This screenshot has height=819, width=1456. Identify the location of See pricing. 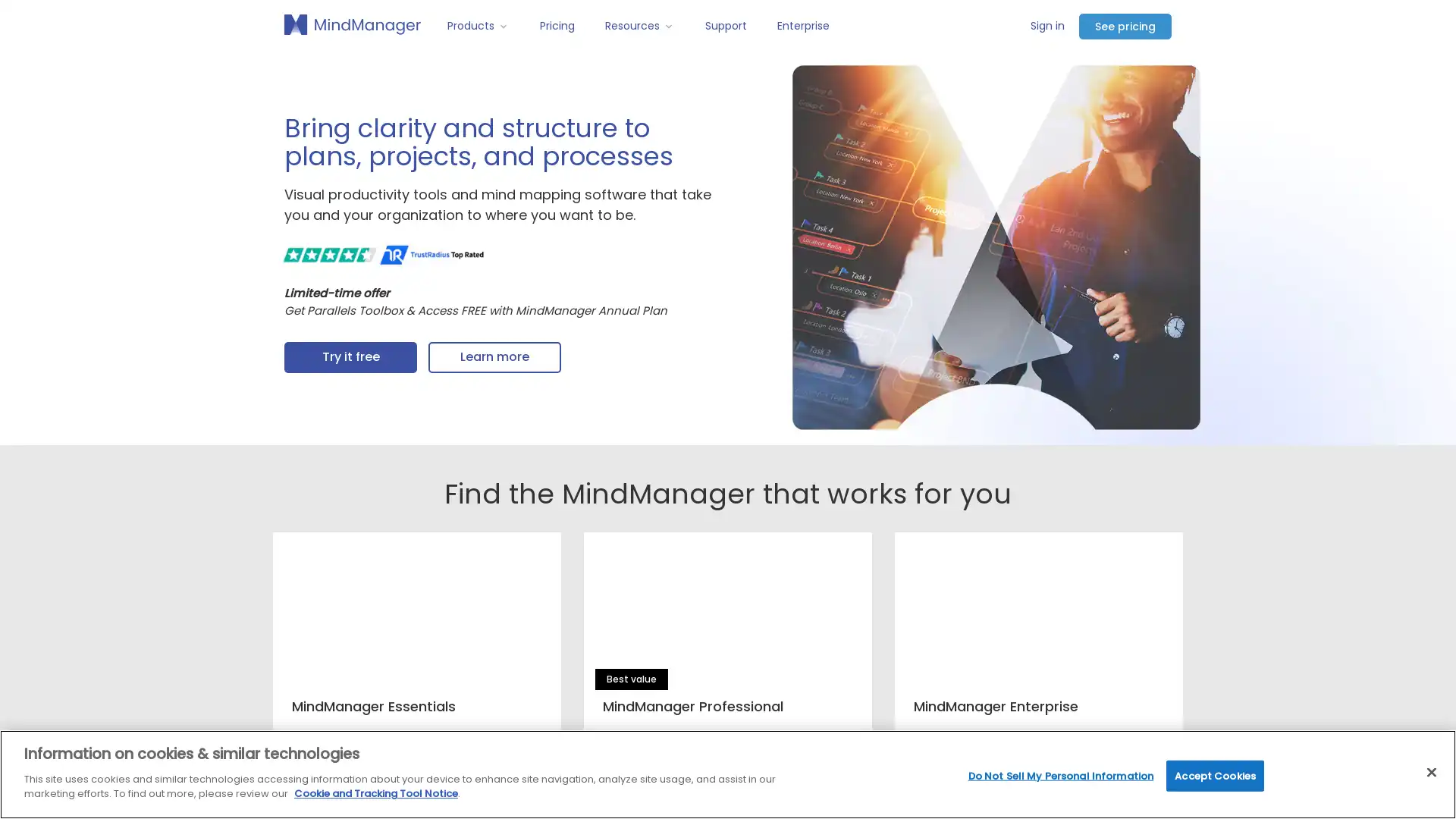
(1125, 26).